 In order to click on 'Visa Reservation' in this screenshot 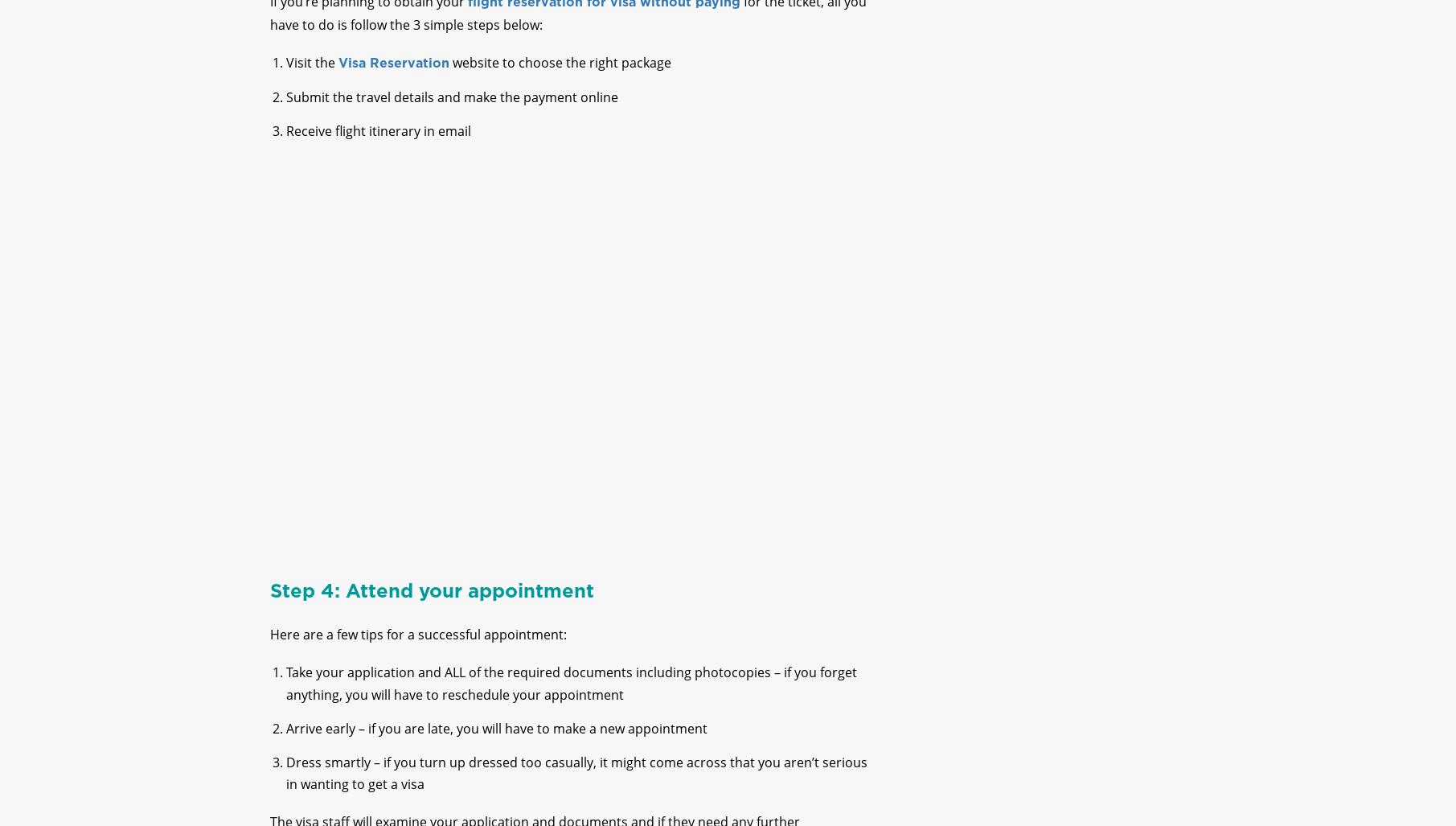, I will do `click(392, 76)`.